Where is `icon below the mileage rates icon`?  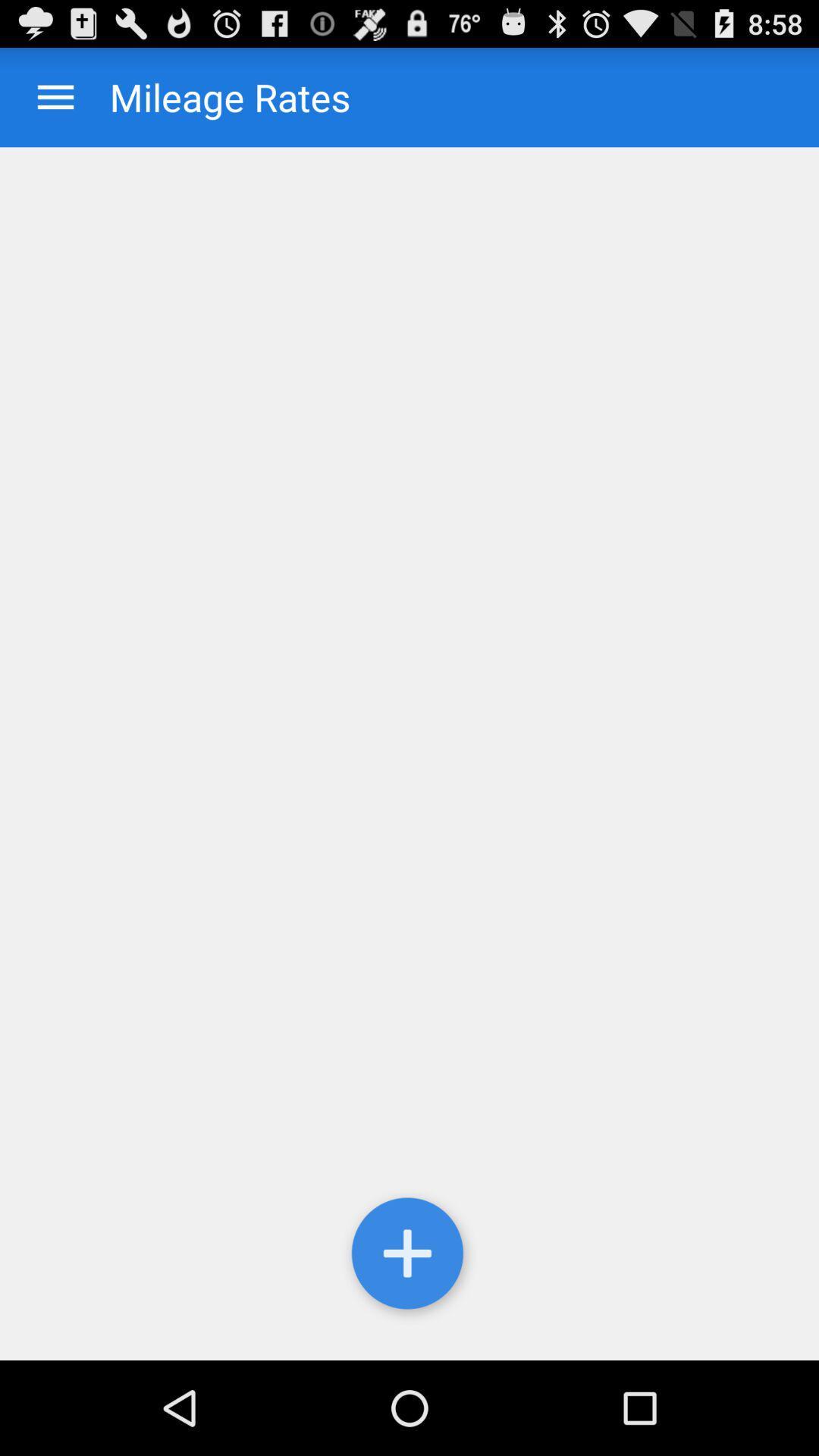
icon below the mileage rates icon is located at coordinates (409, 754).